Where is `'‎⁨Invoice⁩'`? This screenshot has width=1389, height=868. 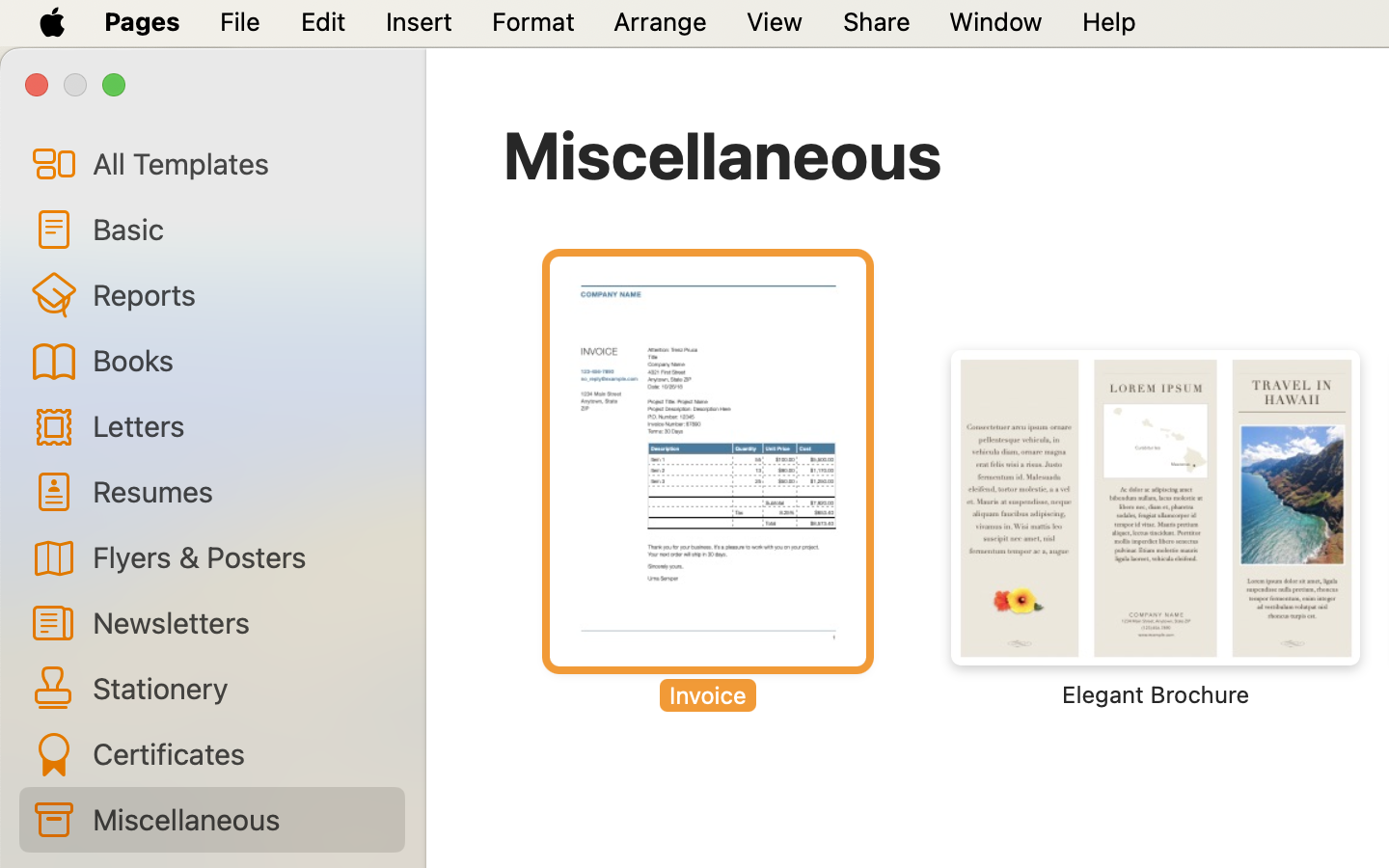 '‎⁨Invoice⁩' is located at coordinates (706, 482).